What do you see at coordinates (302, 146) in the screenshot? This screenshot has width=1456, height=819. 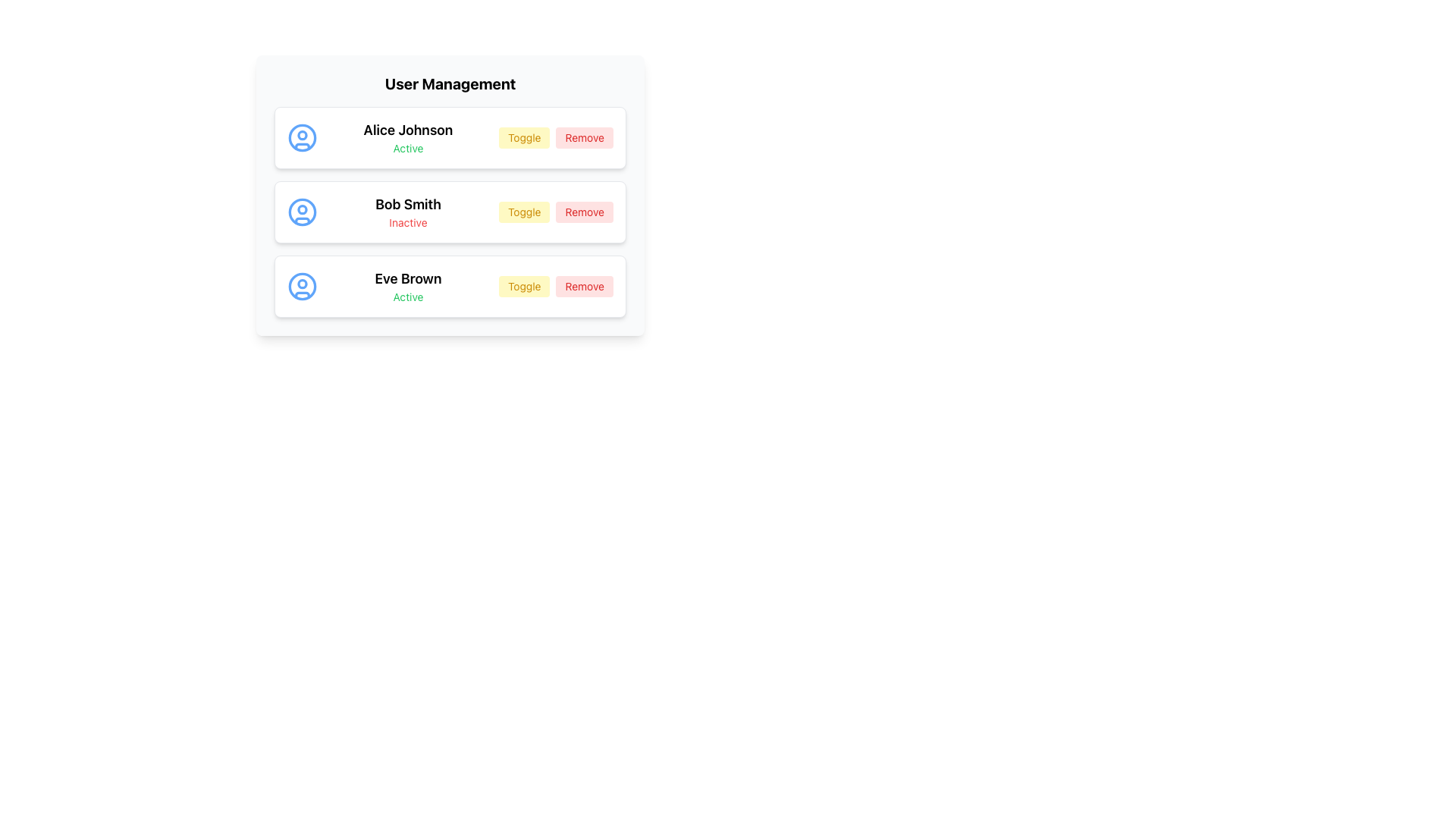 I see `the small curvilinear red shape resembling a smile located at the bottom of the user avatar in the first row of the user management list` at bounding box center [302, 146].